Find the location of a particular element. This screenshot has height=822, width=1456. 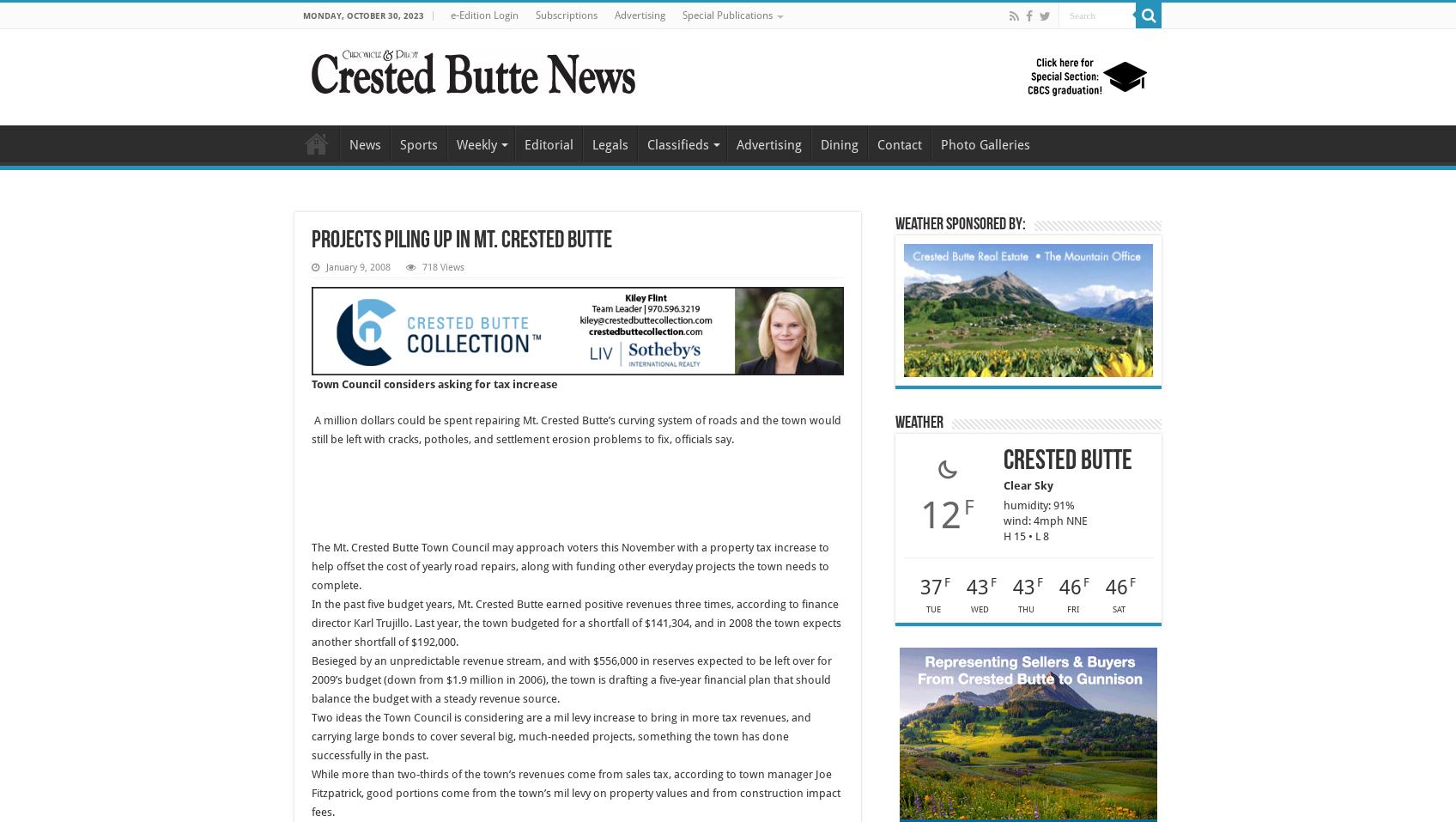

'Projects piling up in Mt. Crested Butte' is located at coordinates (460, 240).